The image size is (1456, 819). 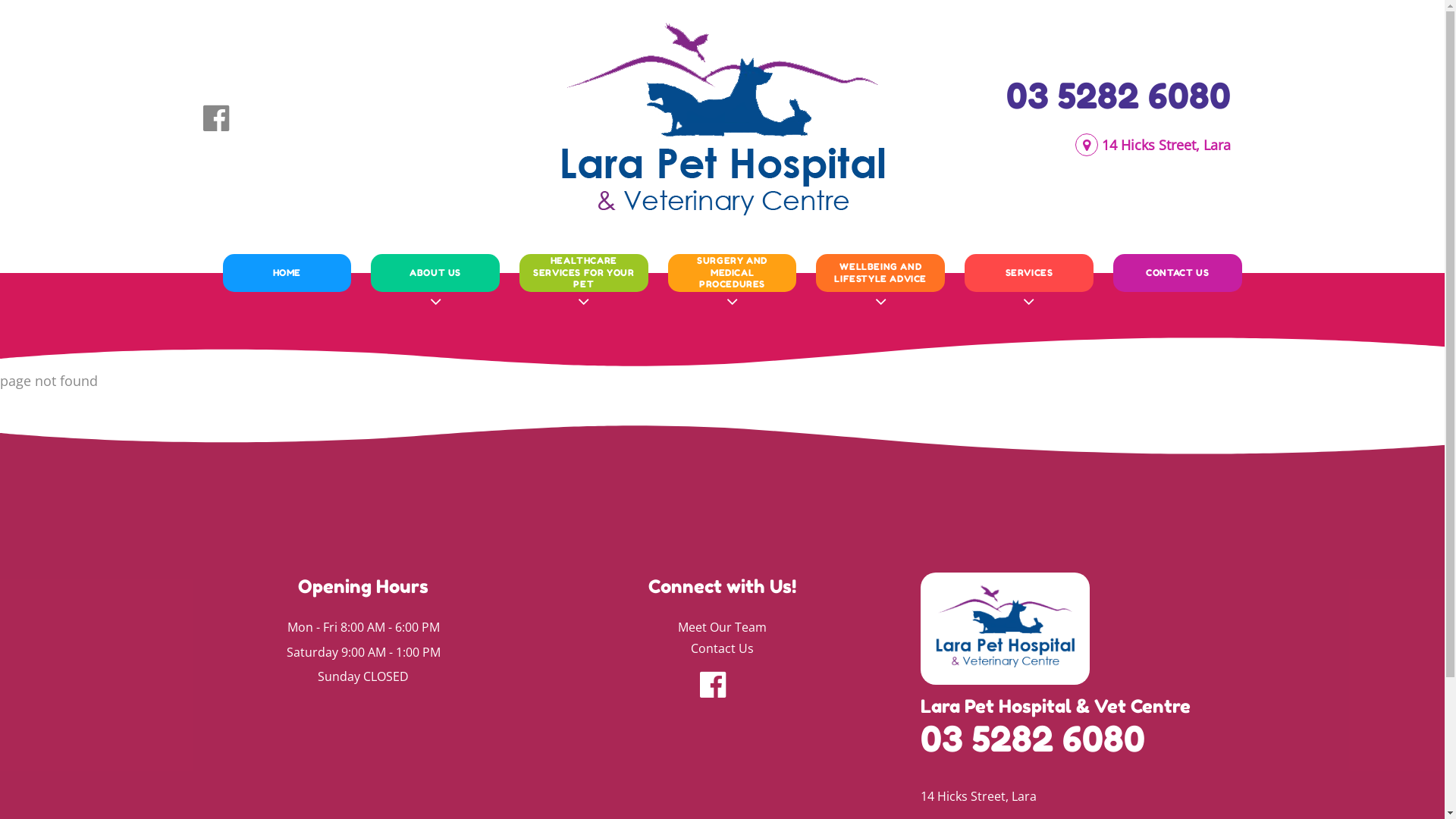 I want to click on 'ABOUT US', so click(x=435, y=271).